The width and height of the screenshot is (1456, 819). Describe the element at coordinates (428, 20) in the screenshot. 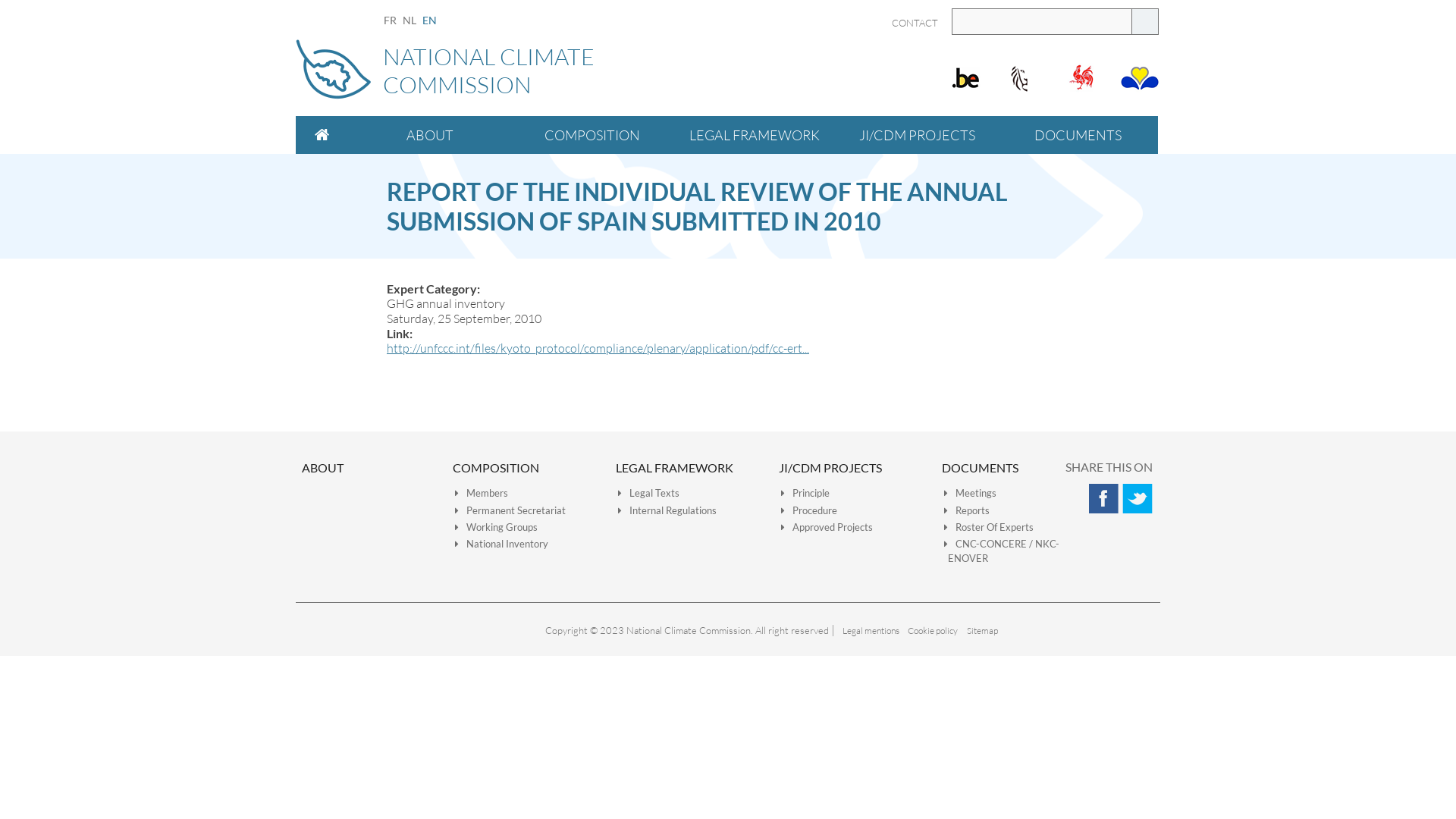

I see `'EN'` at that location.